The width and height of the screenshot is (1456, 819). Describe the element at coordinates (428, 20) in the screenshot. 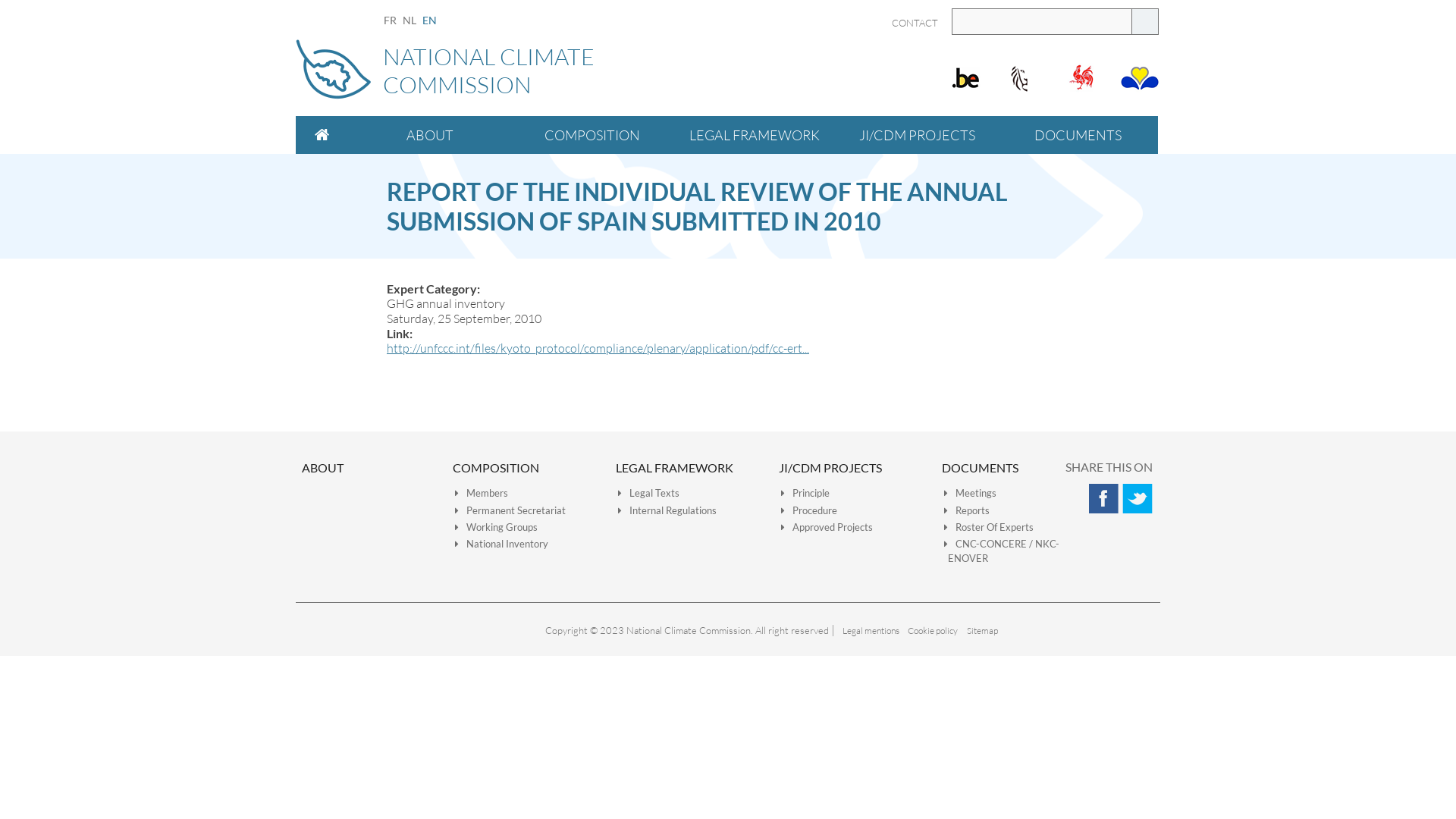

I see `'EN'` at that location.